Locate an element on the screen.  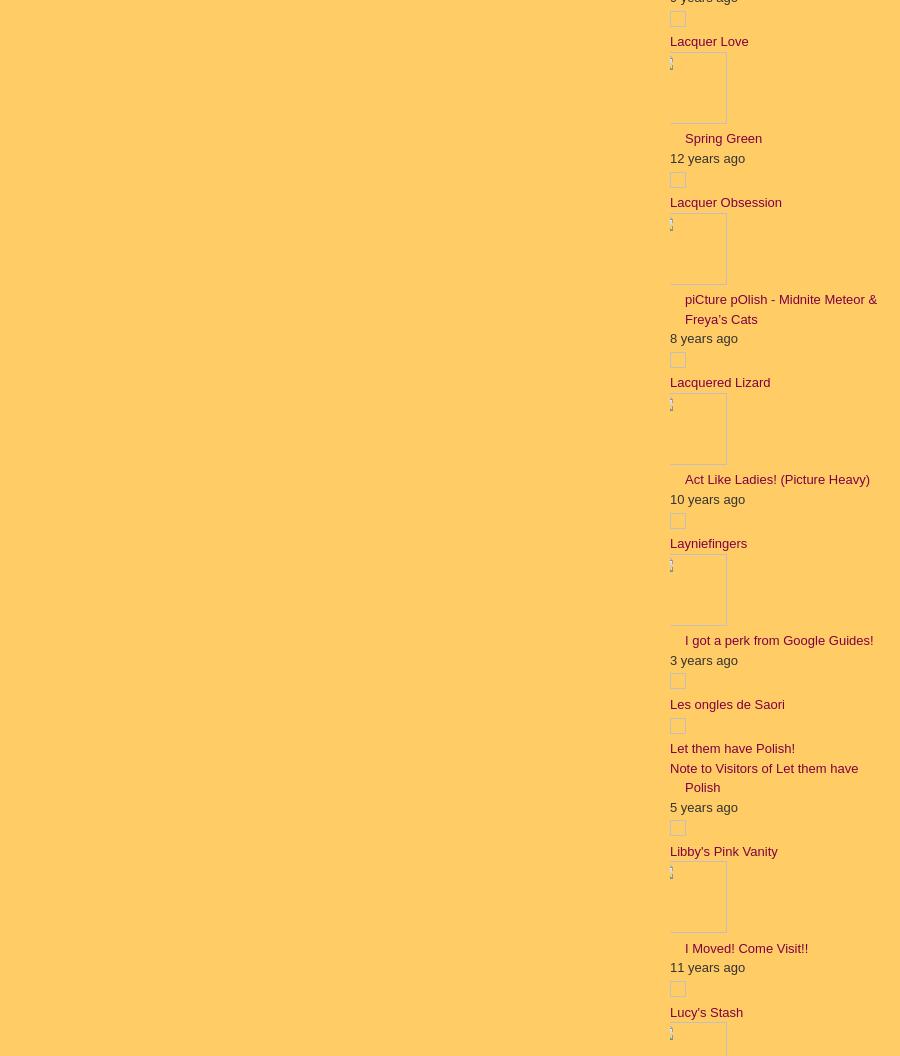
'Act Like Ladies! (Picture Heavy)' is located at coordinates (775, 478).